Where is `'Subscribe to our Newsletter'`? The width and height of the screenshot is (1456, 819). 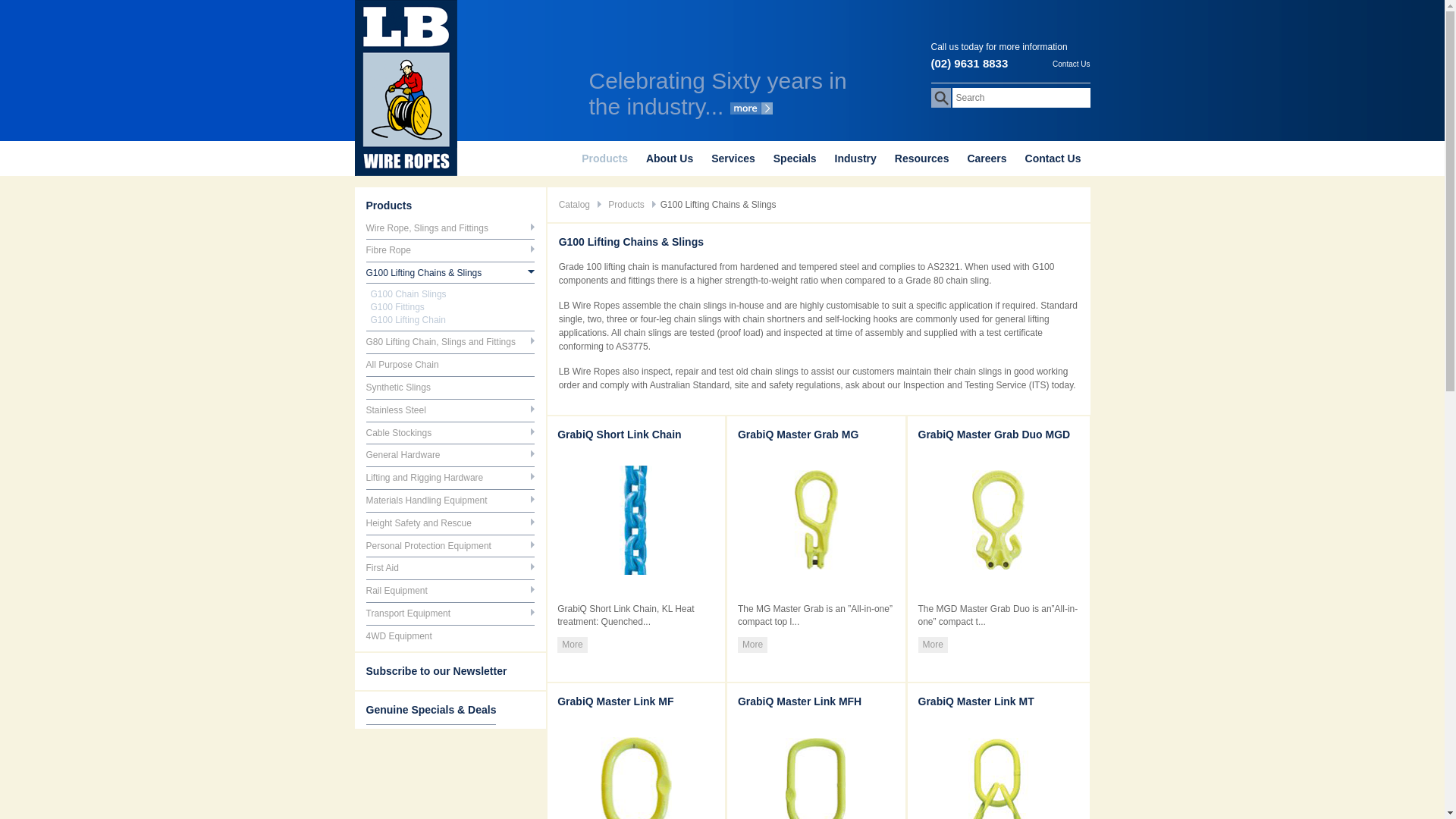 'Subscribe to our Newsletter' is located at coordinates (435, 670).